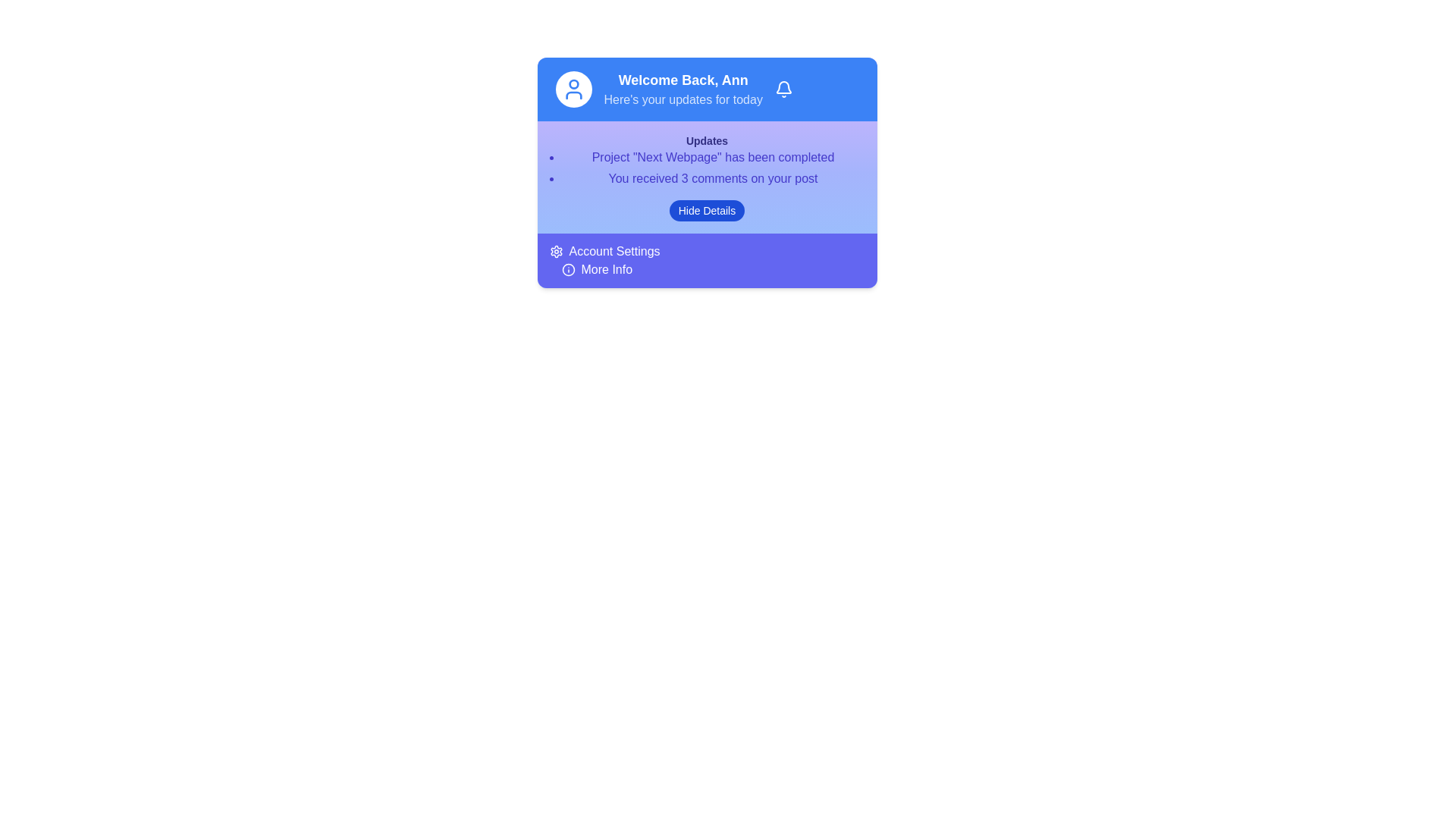  What do you see at coordinates (607, 268) in the screenshot?
I see `the 'More Info' button styled in white text against a purple background` at bounding box center [607, 268].